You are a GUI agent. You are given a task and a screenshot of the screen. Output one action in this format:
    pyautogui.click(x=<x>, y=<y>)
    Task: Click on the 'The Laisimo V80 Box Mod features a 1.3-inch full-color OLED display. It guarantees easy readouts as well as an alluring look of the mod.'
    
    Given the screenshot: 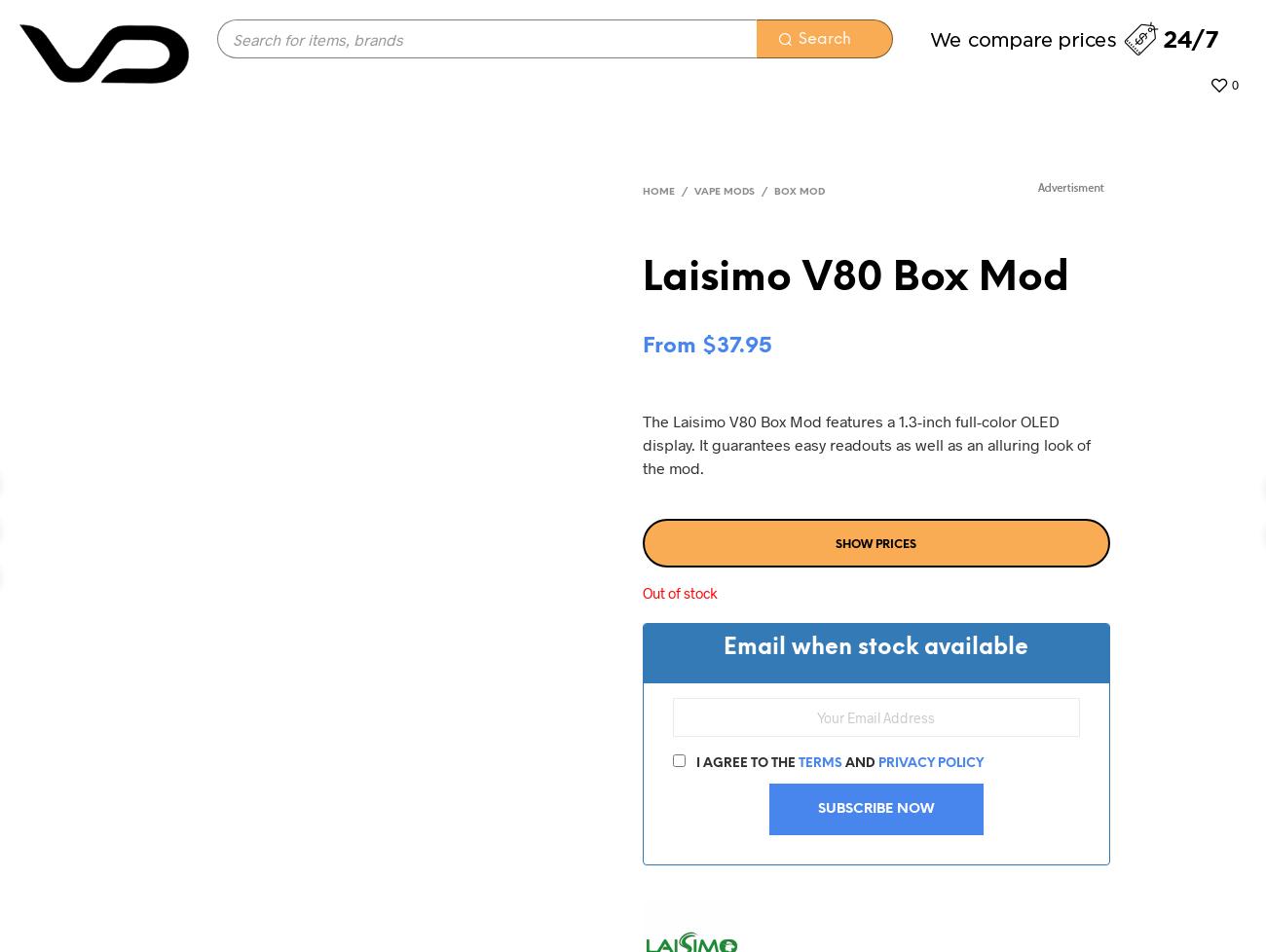 What is the action you would take?
    pyautogui.click(x=642, y=443)
    